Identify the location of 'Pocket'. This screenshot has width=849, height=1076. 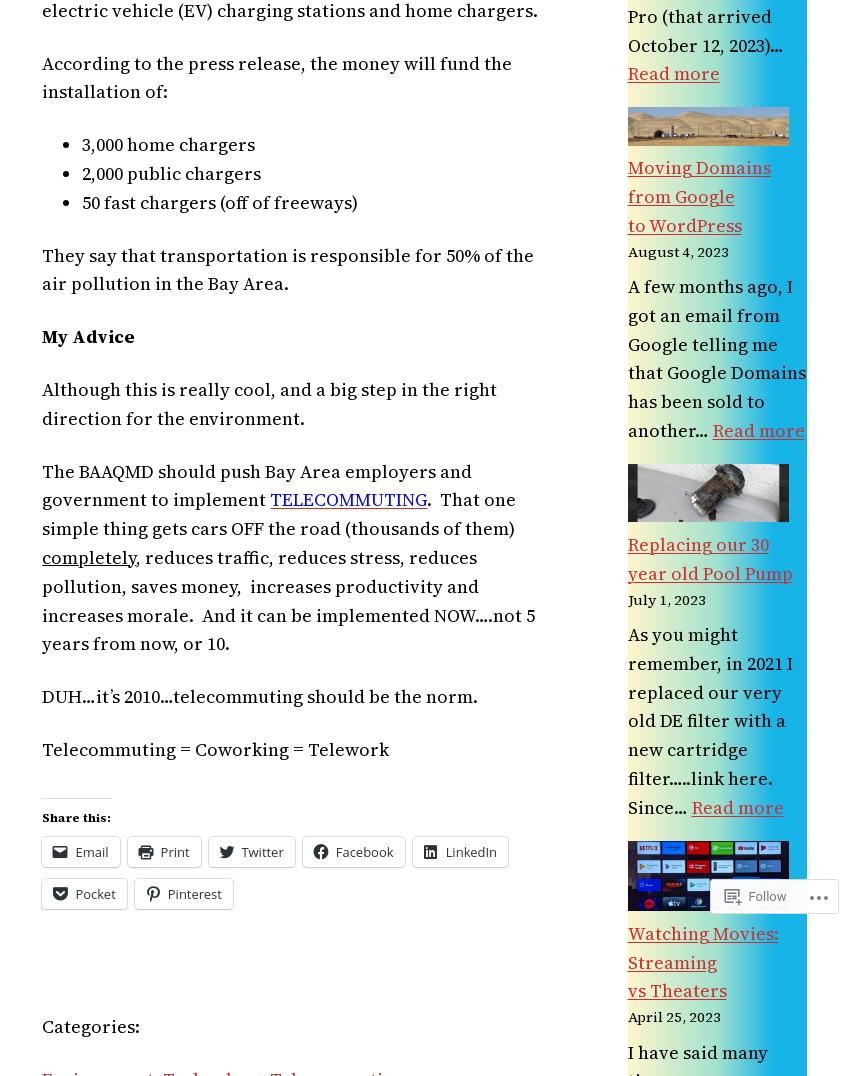
(94, 894).